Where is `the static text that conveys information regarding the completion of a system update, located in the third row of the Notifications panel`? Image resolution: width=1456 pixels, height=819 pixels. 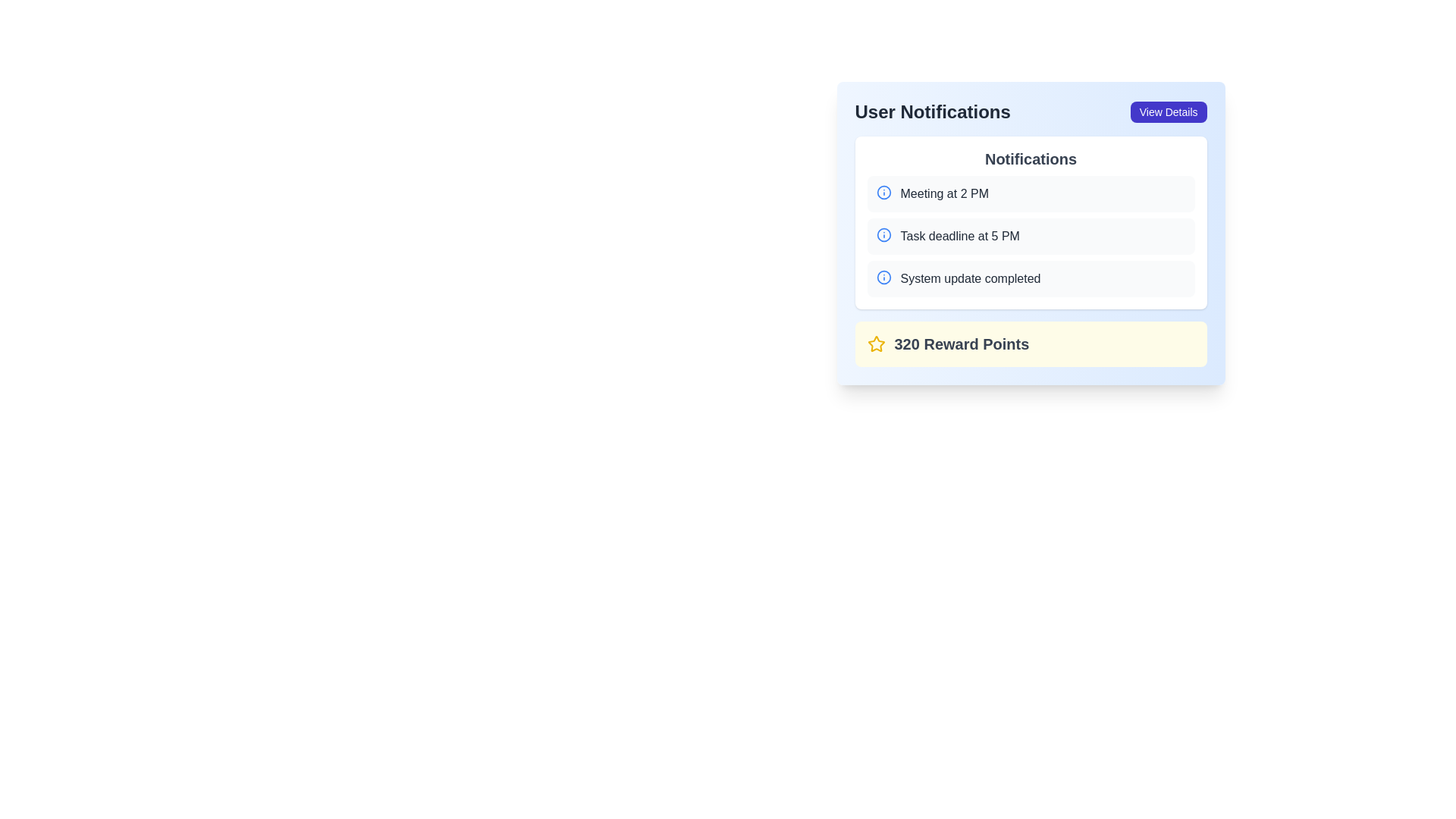
the static text that conveys information regarding the completion of a system update, located in the third row of the Notifications panel is located at coordinates (971, 278).